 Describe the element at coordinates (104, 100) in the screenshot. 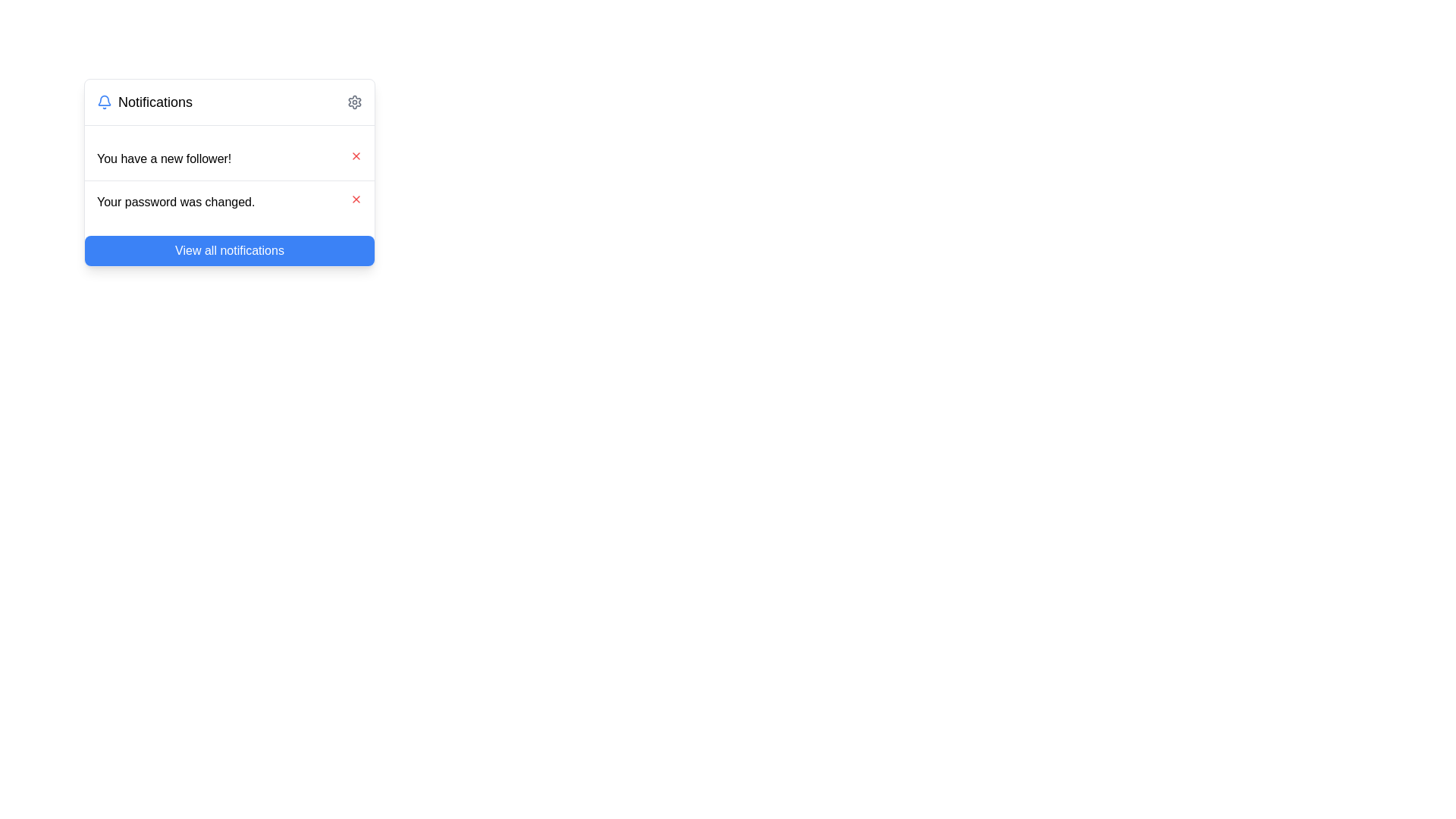

I see `the notification bell icon which has a blue outline and white fill, representing the main body of the bell` at that location.